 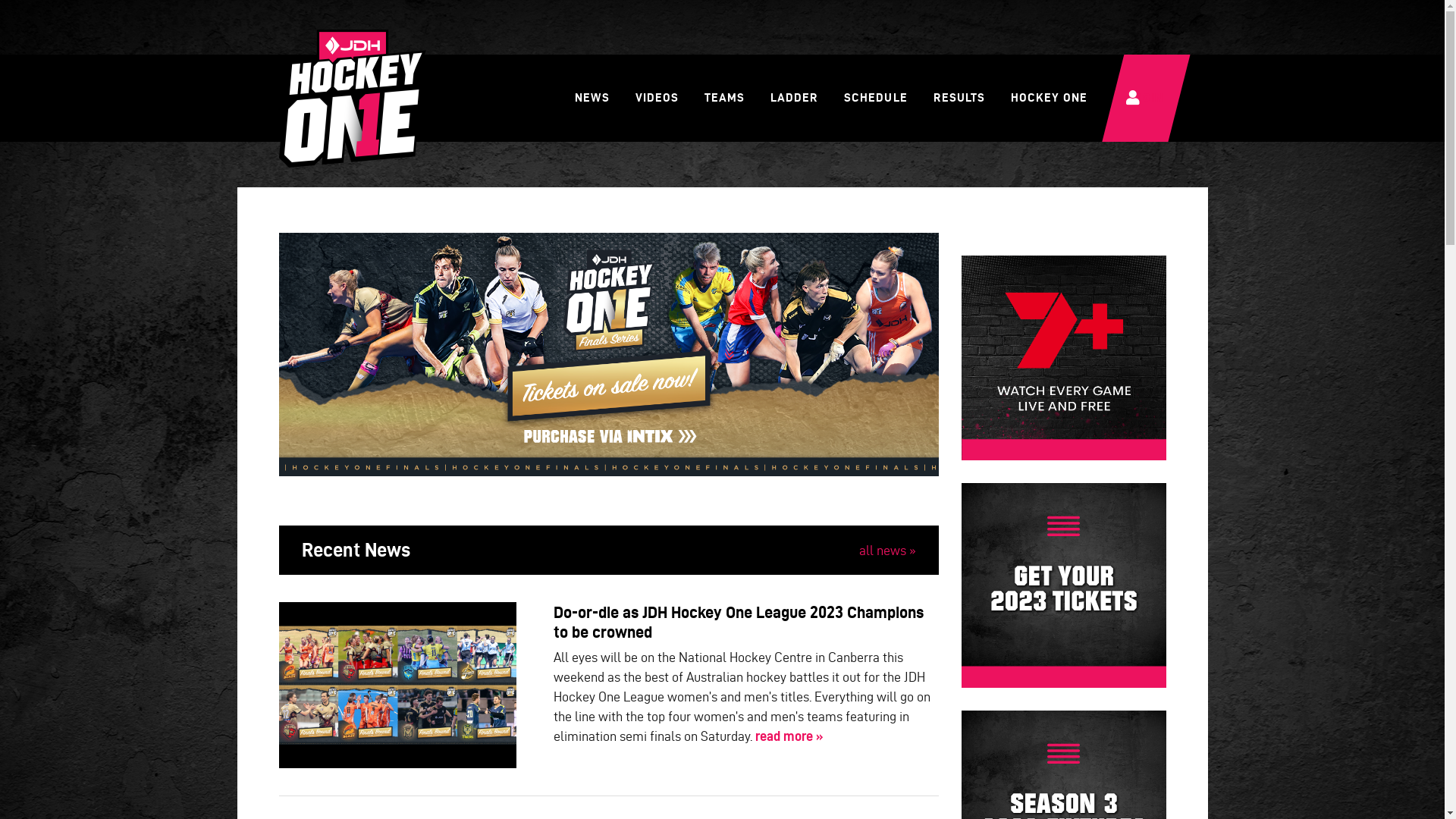 I want to click on 'VIDEOS', so click(x=657, y=98).